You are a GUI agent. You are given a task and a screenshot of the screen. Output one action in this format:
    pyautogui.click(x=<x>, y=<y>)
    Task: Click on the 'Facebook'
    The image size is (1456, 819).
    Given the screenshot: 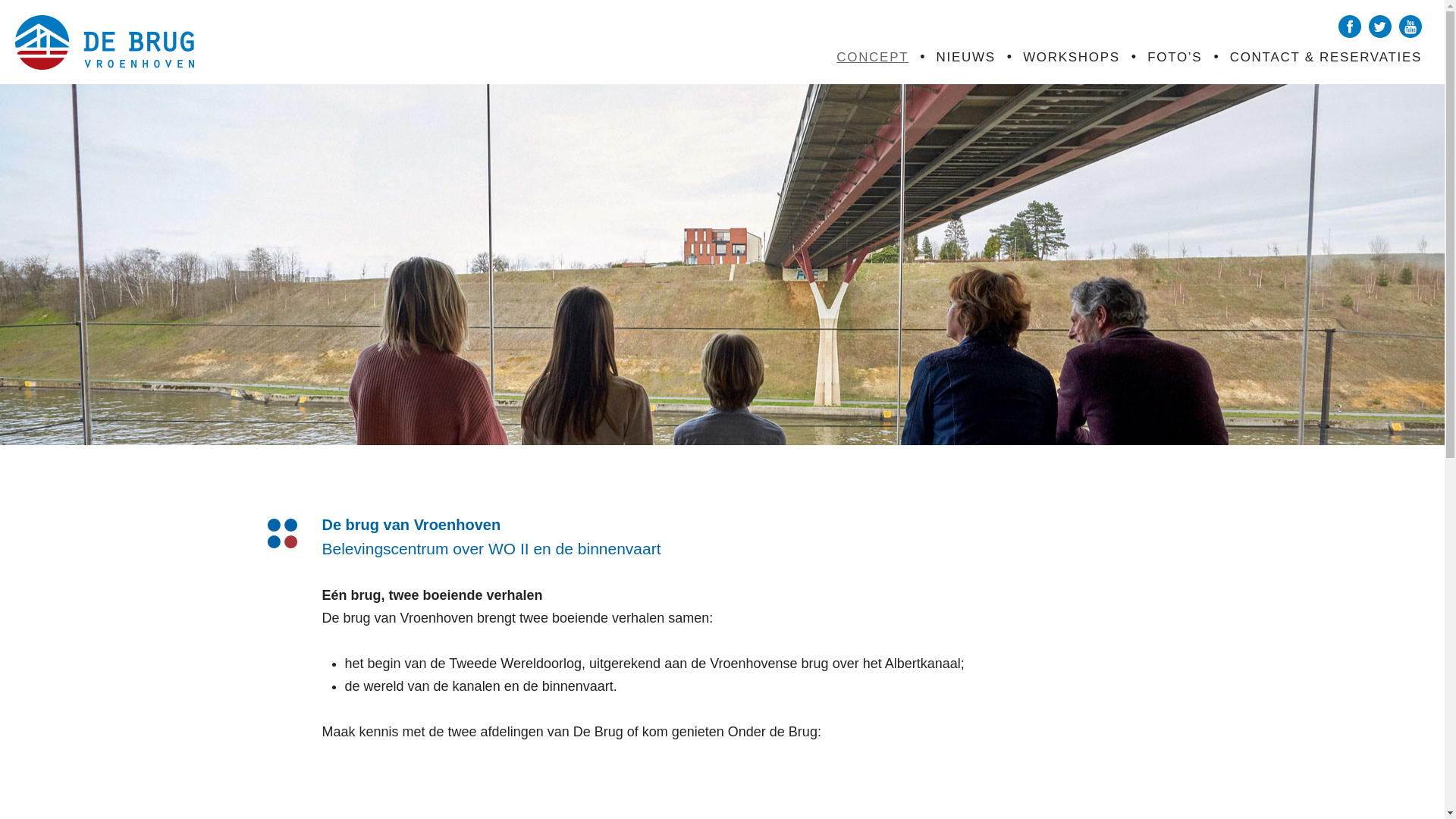 What is the action you would take?
    pyautogui.click(x=1335, y=26)
    